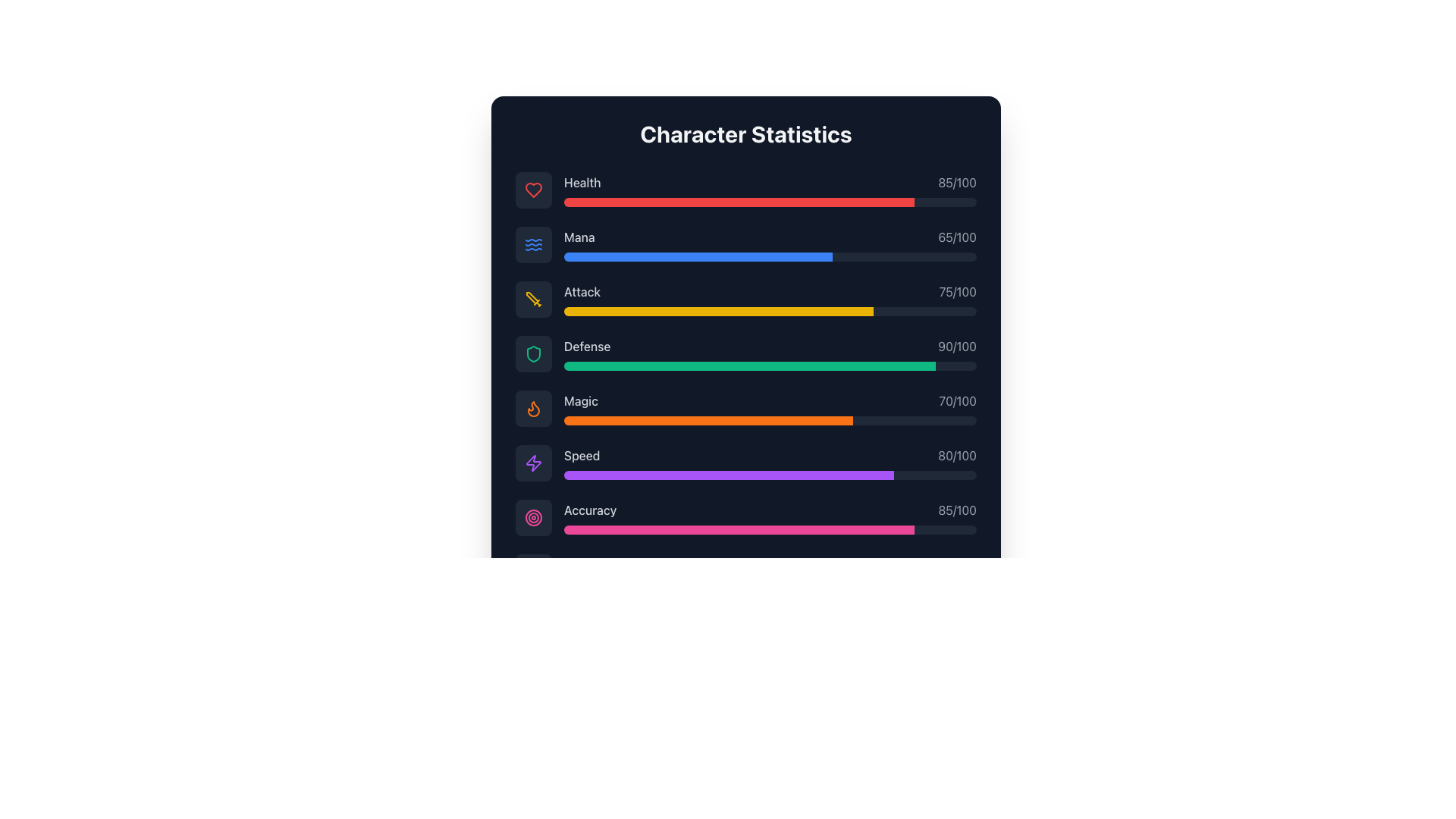 The image size is (1456, 819). I want to click on the heart-shaped icon styled in red lines on a dark background, which represents the 'Health' statistic in the first row of icons in the left column, so click(534, 189).